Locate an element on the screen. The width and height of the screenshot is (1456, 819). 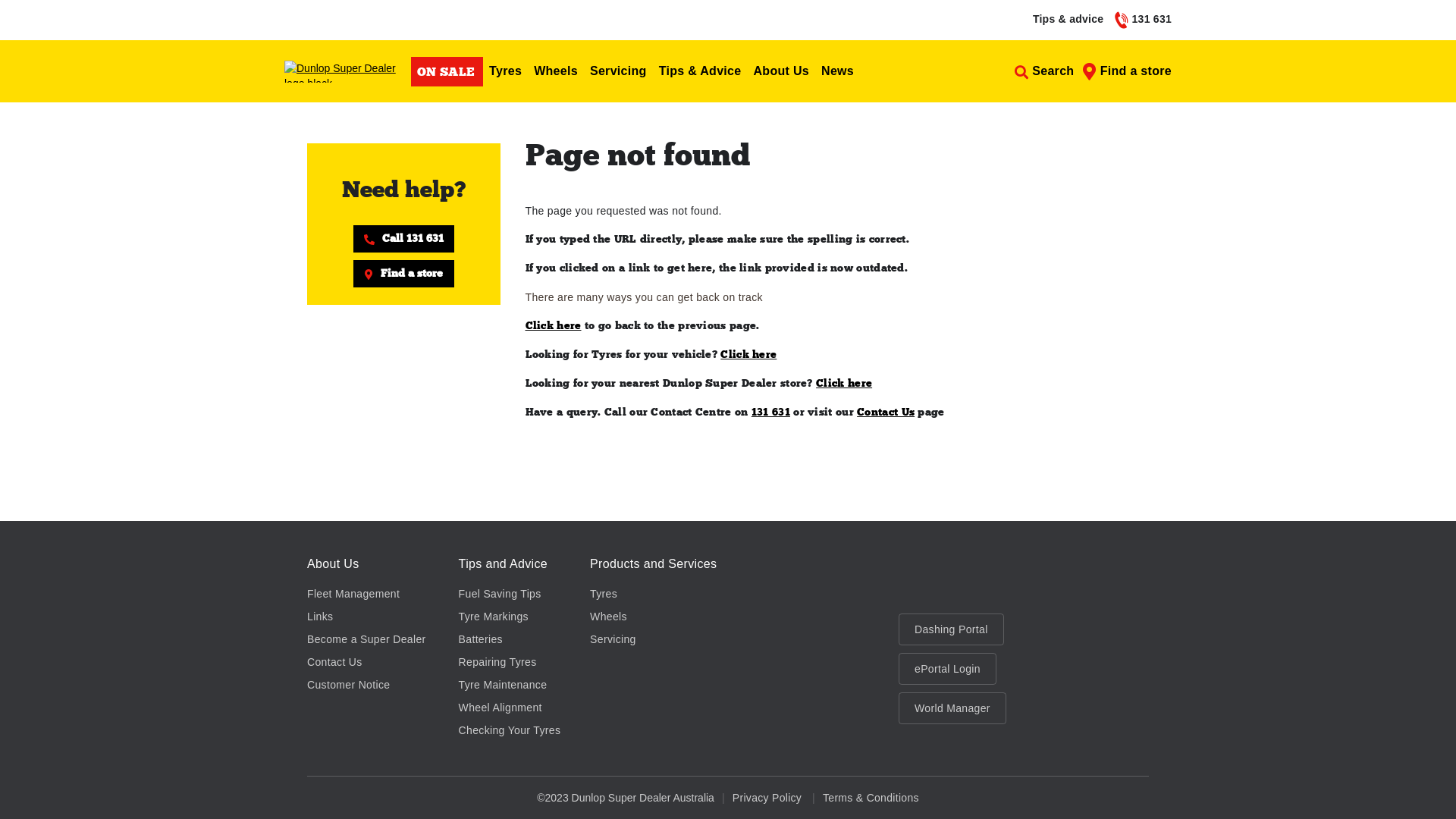
'Links' is located at coordinates (319, 617).